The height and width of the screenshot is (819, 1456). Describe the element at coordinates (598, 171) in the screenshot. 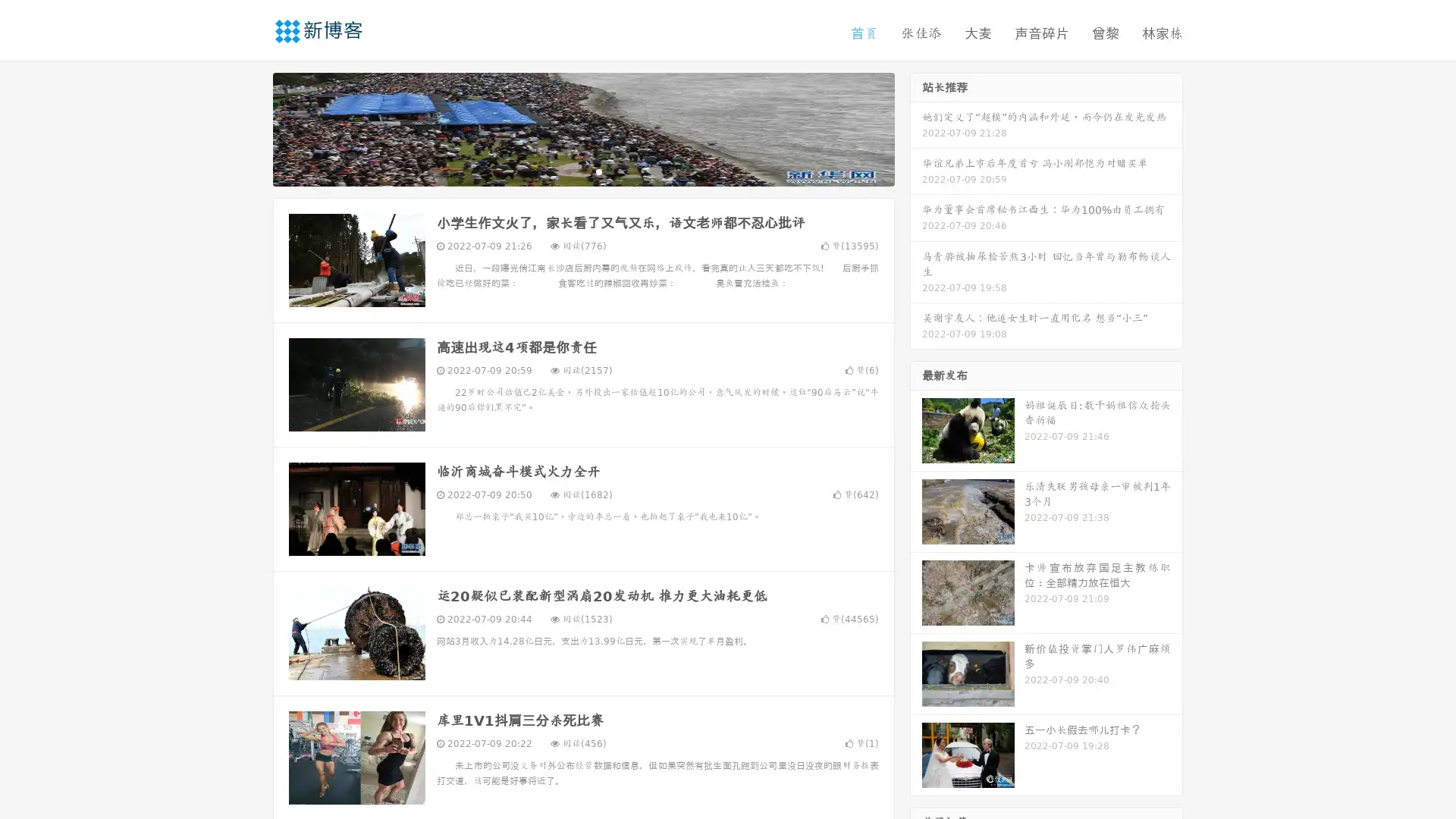

I see `Go to slide 3` at that location.